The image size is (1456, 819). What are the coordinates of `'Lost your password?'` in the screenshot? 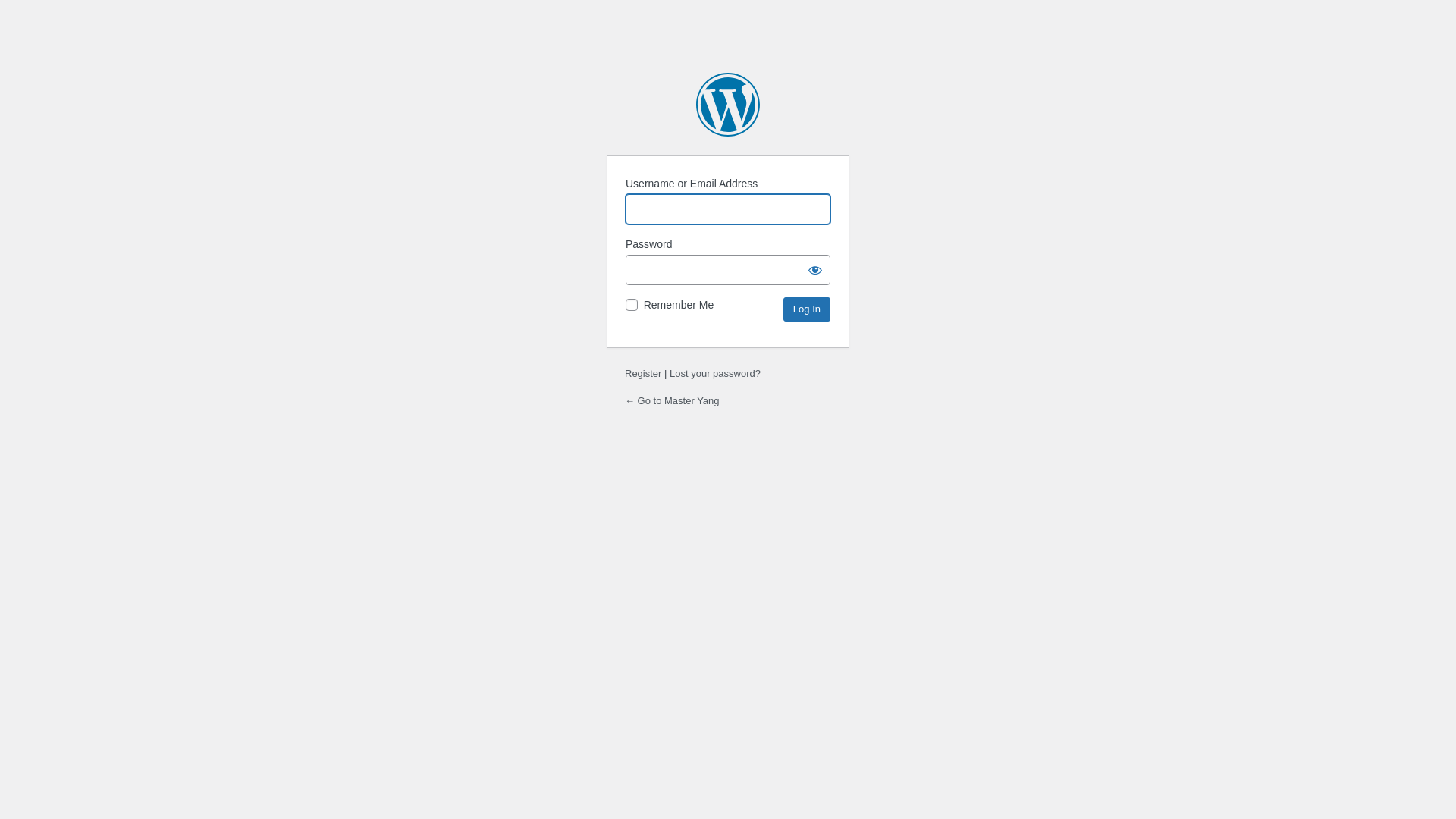 It's located at (714, 373).